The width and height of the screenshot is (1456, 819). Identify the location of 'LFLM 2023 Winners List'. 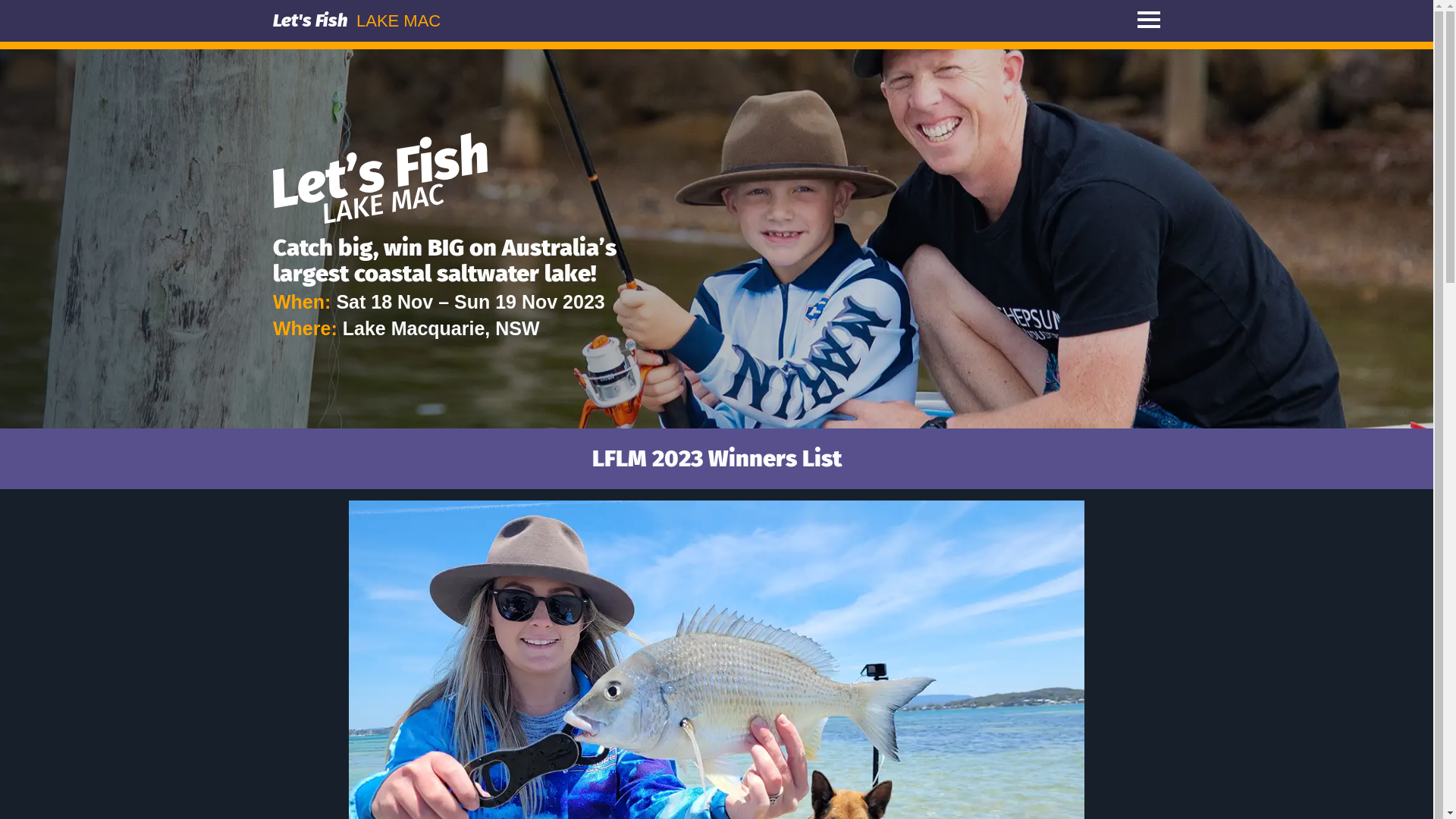
(715, 457).